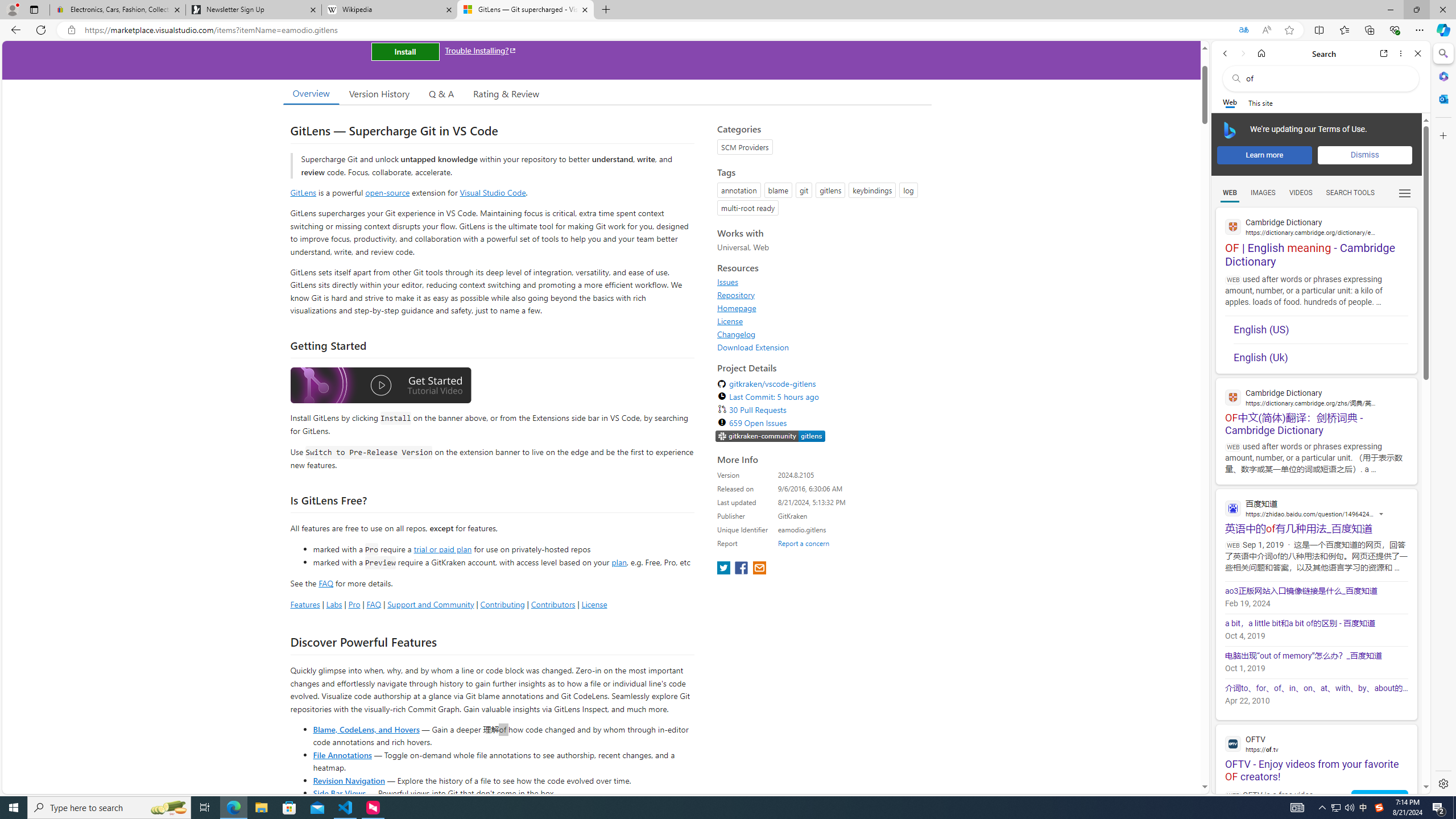 This screenshot has width=1456, height=819. What do you see at coordinates (387, 192) in the screenshot?
I see `'open-source'` at bounding box center [387, 192].